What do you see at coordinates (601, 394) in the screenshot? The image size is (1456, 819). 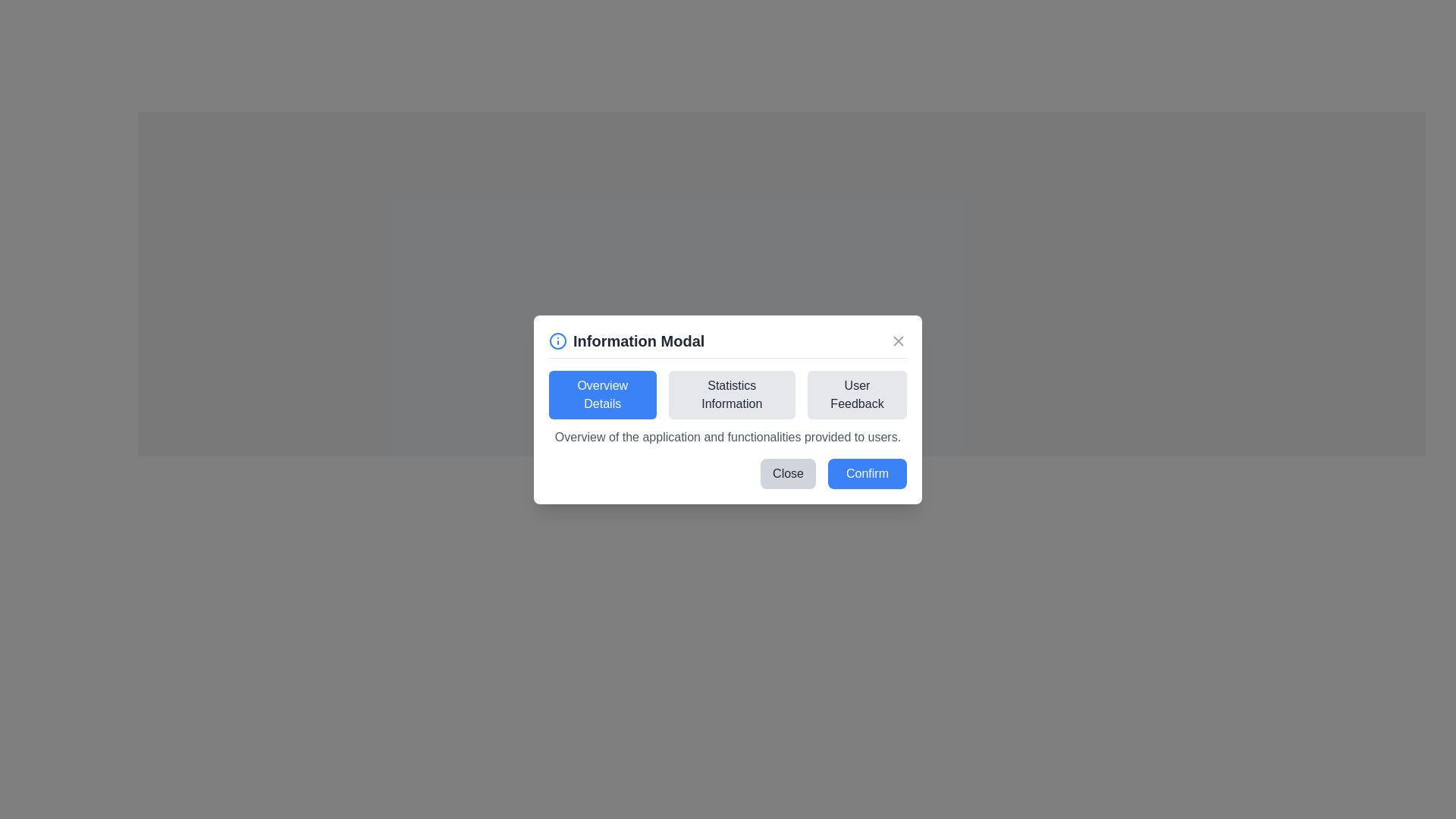 I see `the first button in the group of three sibling buttons within the modal dialog that displays the 'Overview Details' section` at bounding box center [601, 394].